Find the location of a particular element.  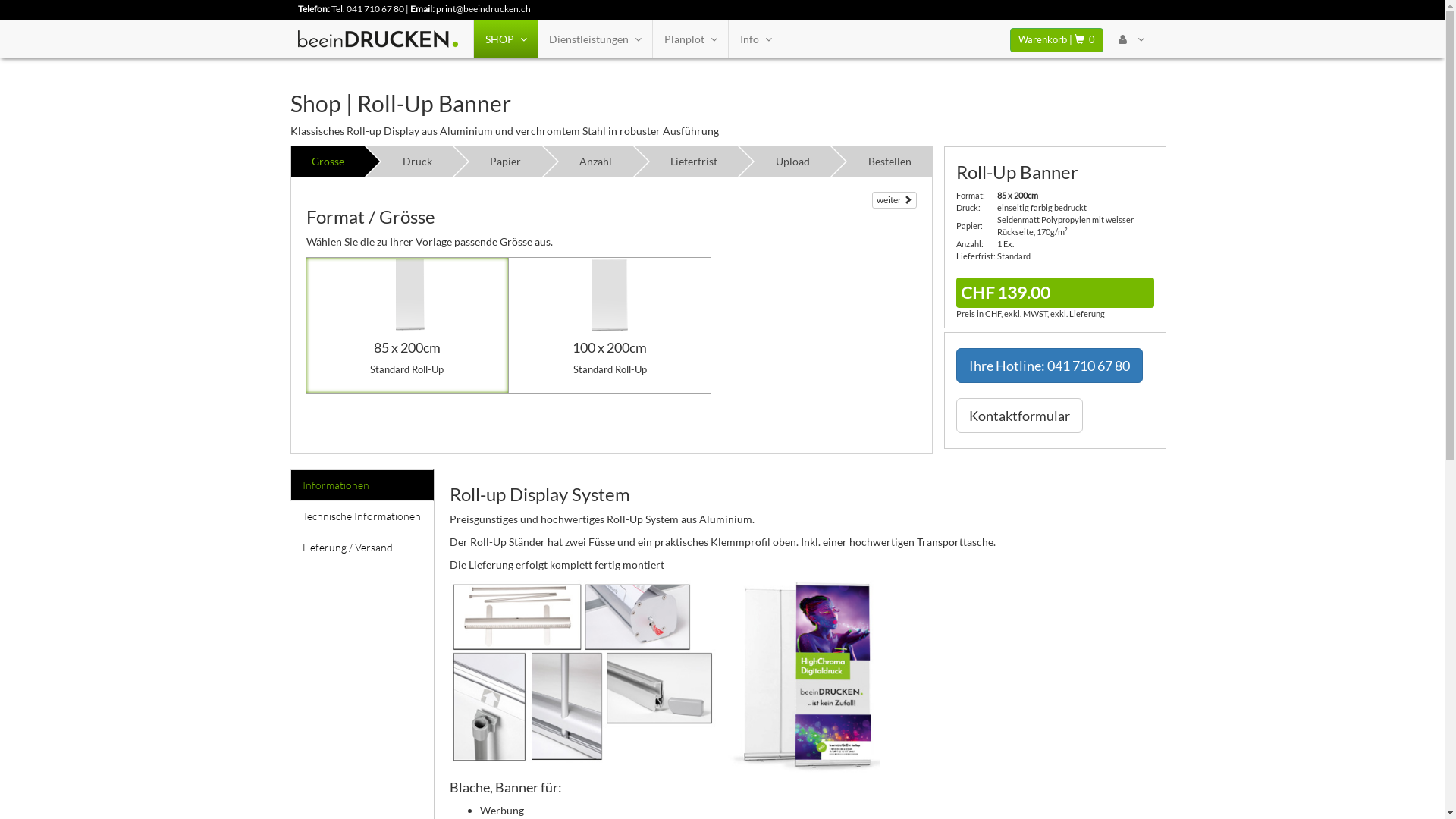

'Lieferfrist' is located at coordinates (693, 161).